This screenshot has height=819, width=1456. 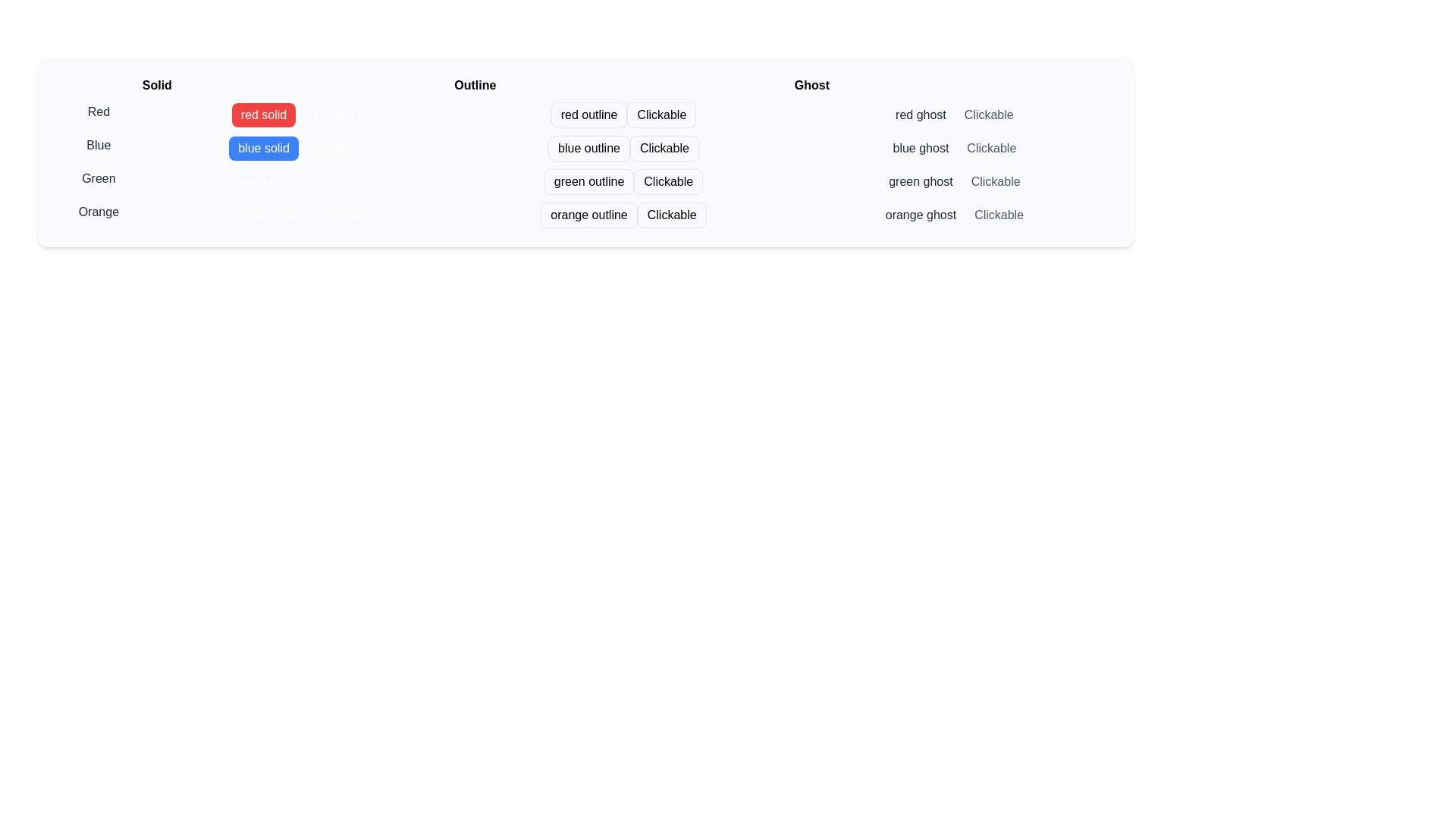 I want to click on the text display element that shows 'red ghost' with a gray background and rounded corners, located in the first row of the 'Ghost' column, so click(x=920, y=114).